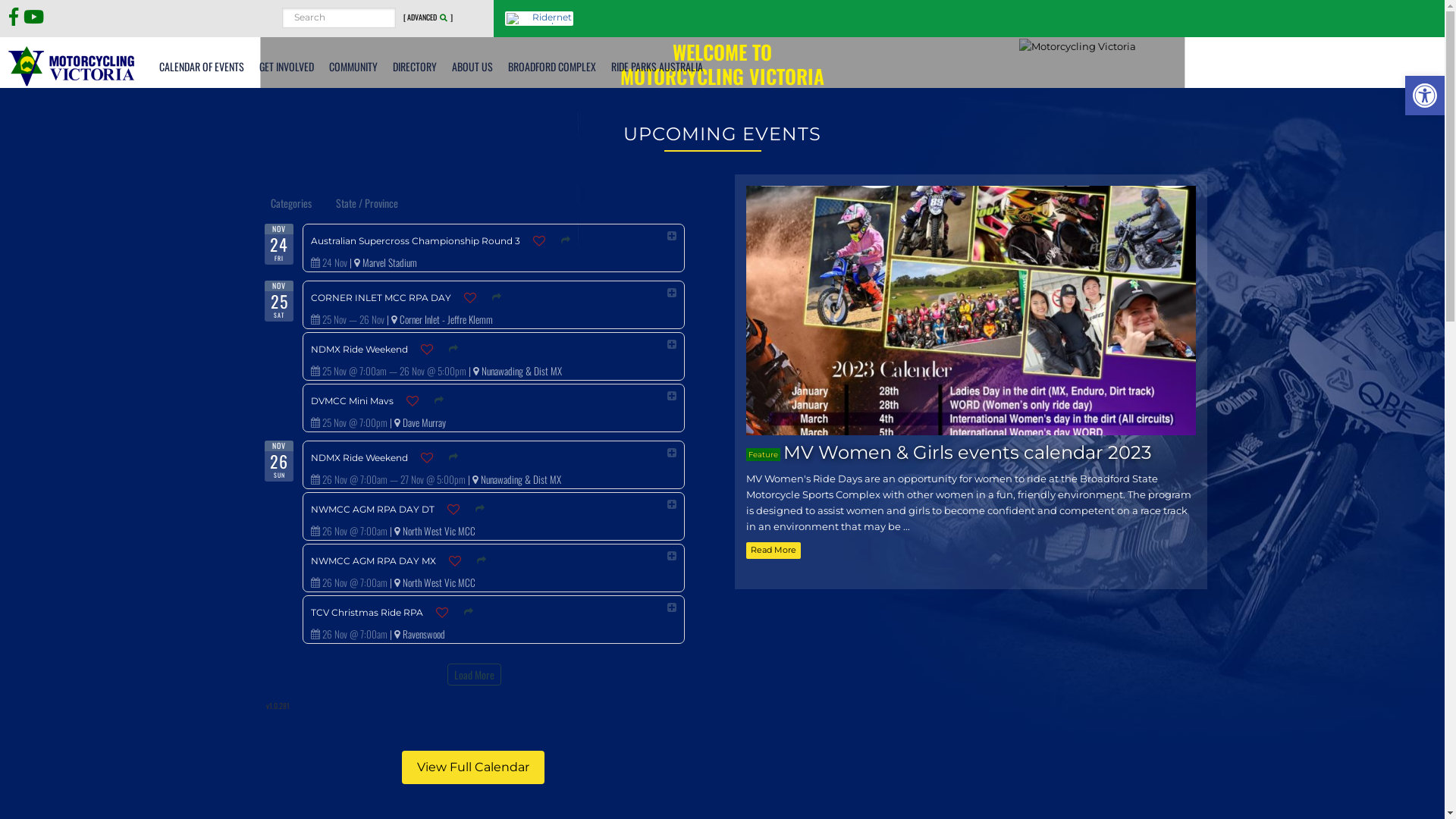 The width and height of the screenshot is (1456, 819). Describe the element at coordinates (287, 65) in the screenshot. I see `'GET INVOLVED'` at that location.